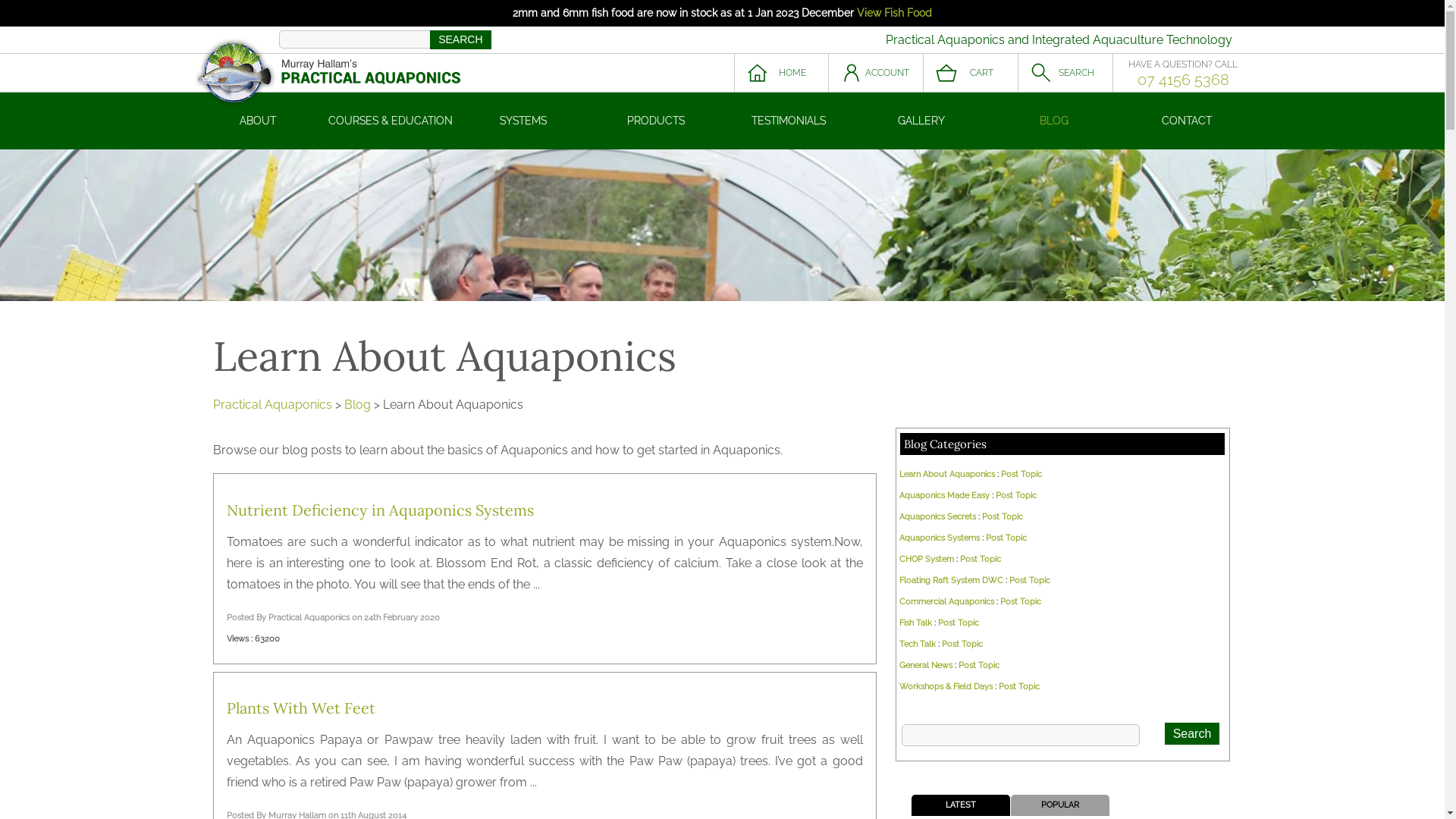 The height and width of the screenshot is (819, 1456). I want to click on 'Floating Raft System DWC', so click(899, 580).